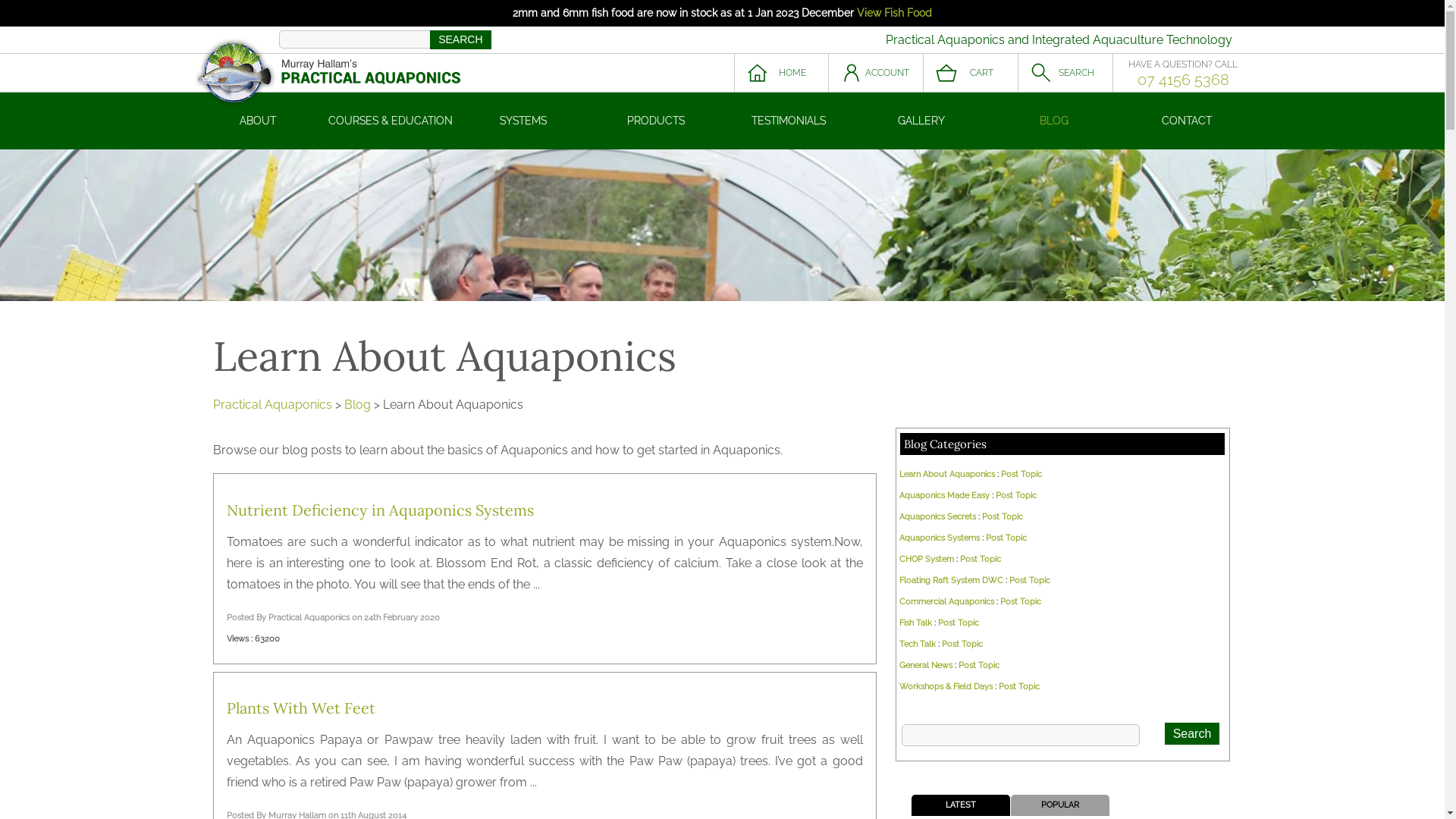 The height and width of the screenshot is (819, 1456). I want to click on 'Floating Raft System DWC', so click(899, 580).